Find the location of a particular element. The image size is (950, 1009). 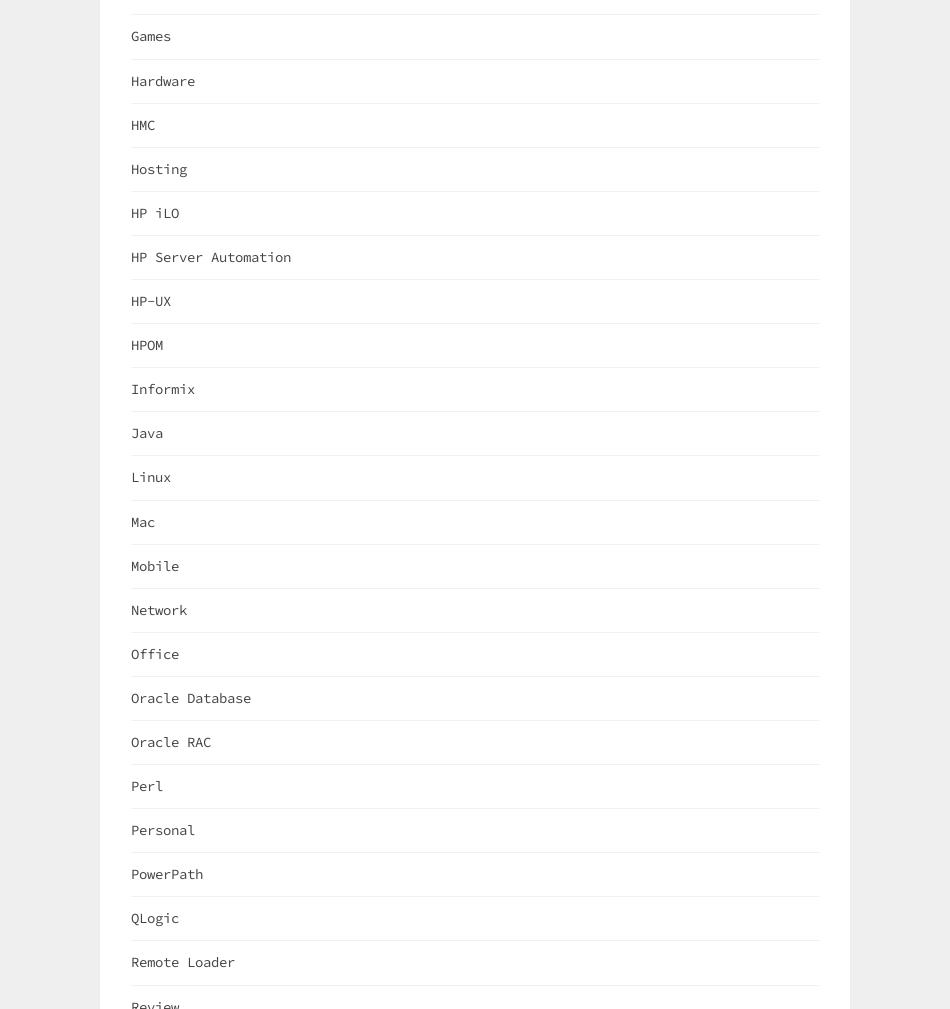

'Informix' is located at coordinates (131, 387).